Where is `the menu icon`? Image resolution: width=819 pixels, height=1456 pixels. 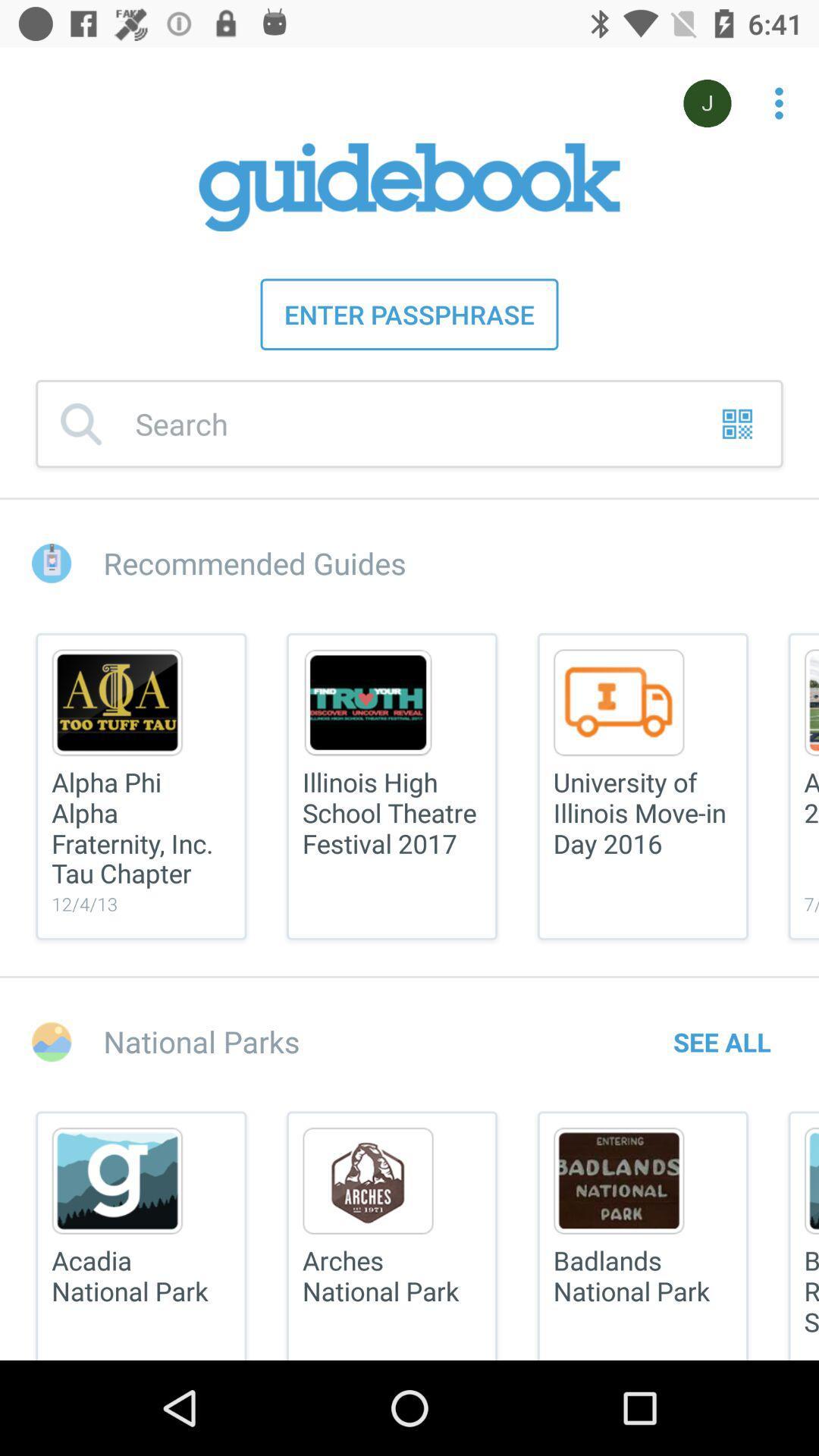 the menu icon is located at coordinates (802, 786).